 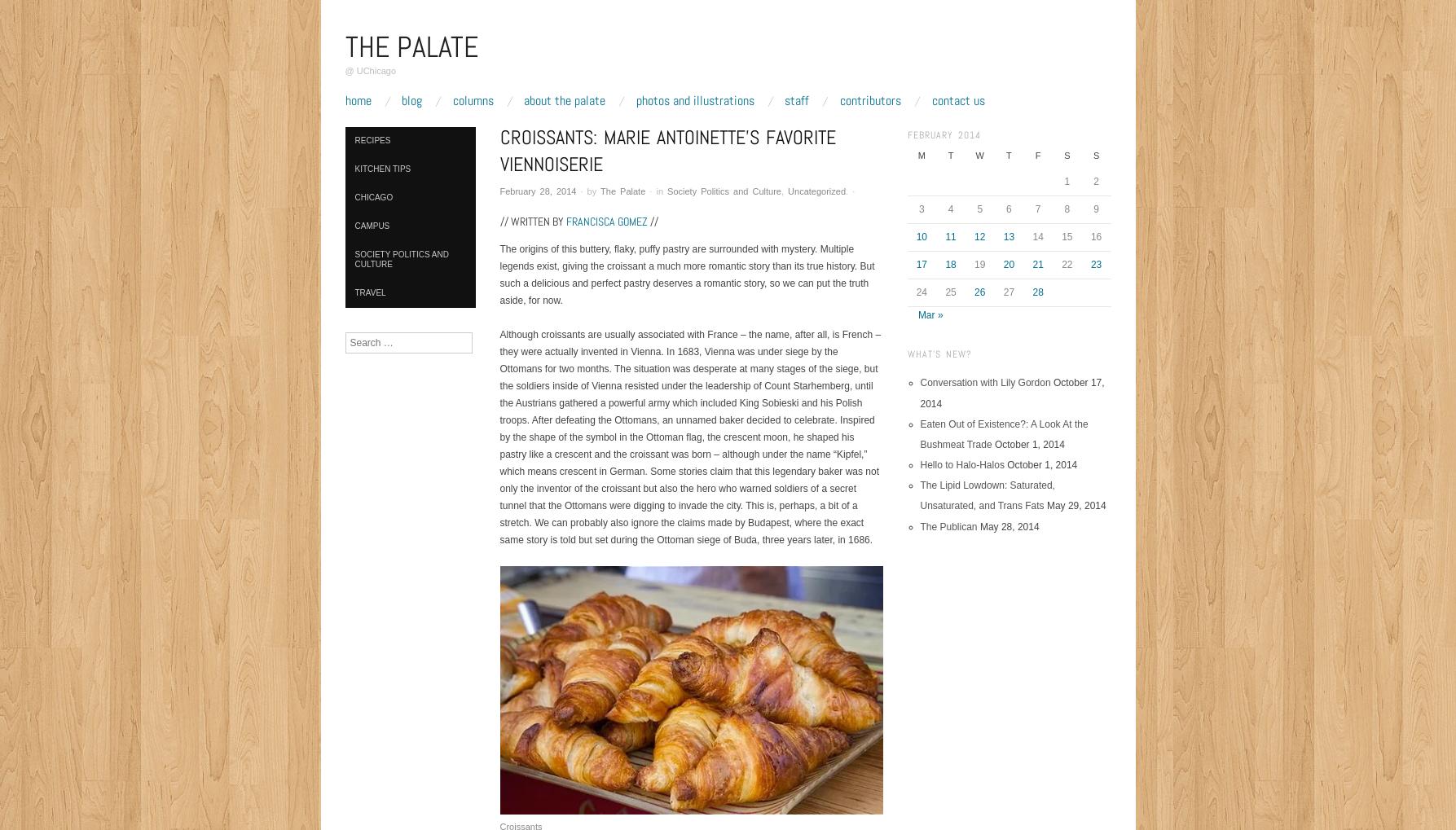 I want to click on '15', so click(x=1061, y=235).